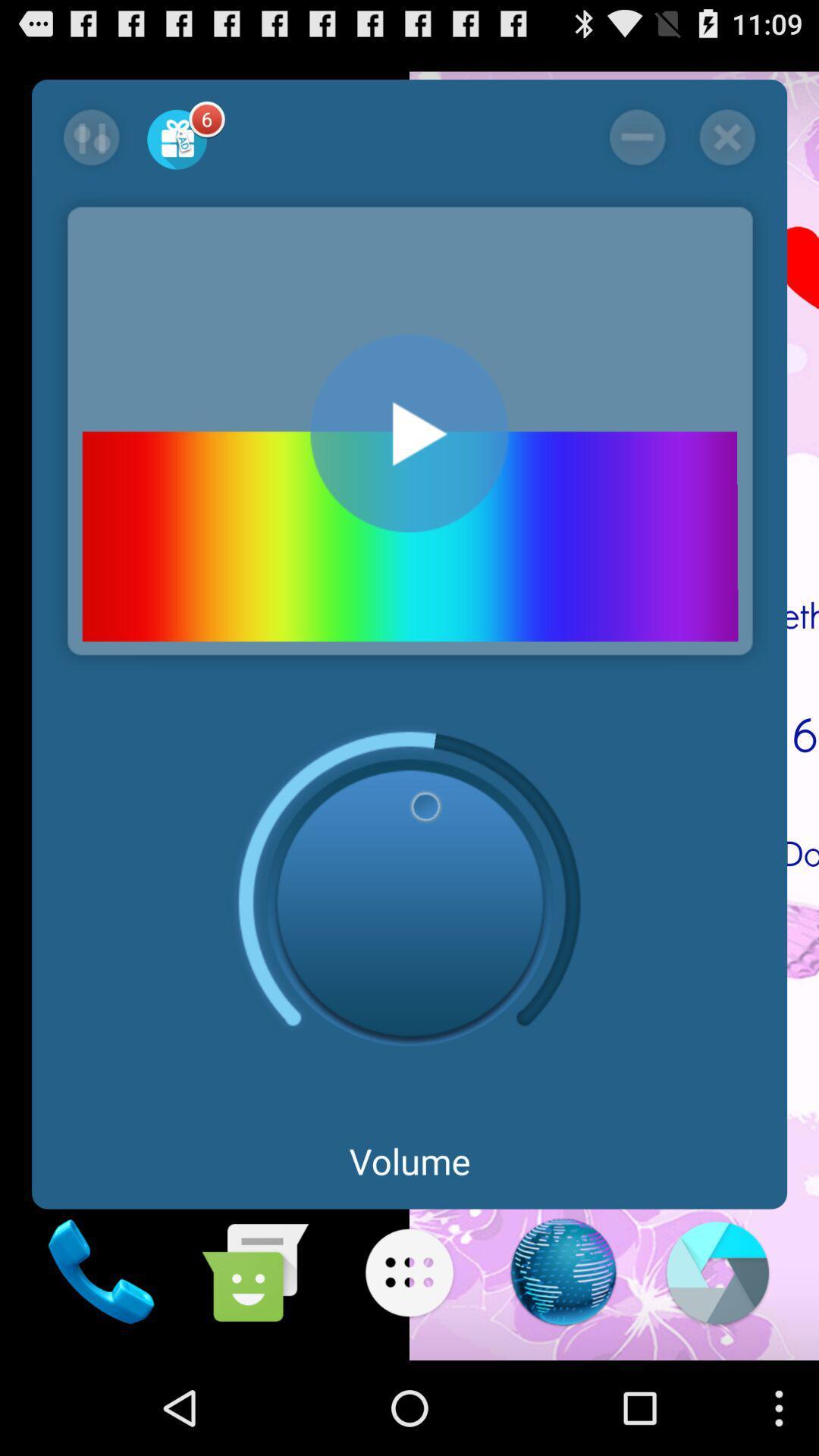 The width and height of the screenshot is (819, 1456). I want to click on sound, so click(409, 432).